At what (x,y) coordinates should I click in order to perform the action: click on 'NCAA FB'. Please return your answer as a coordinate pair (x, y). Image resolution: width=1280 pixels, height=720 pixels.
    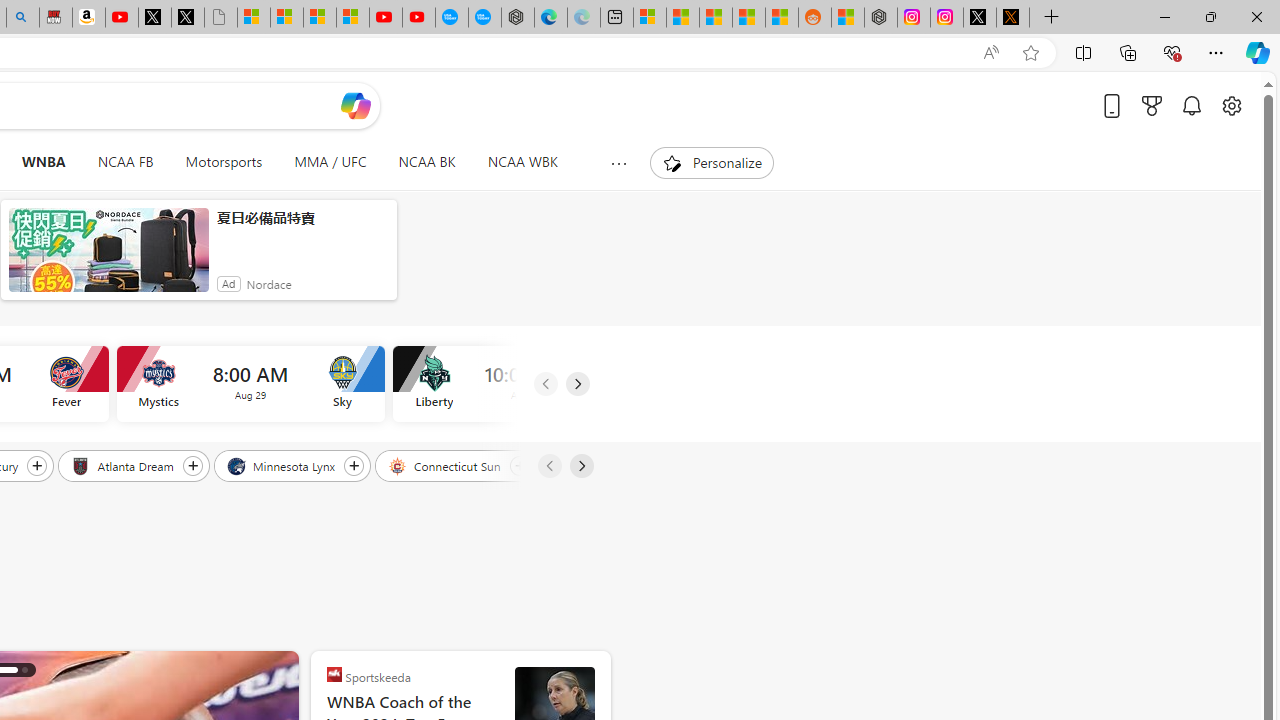
    Looking at the image, I should click on (124, 162).